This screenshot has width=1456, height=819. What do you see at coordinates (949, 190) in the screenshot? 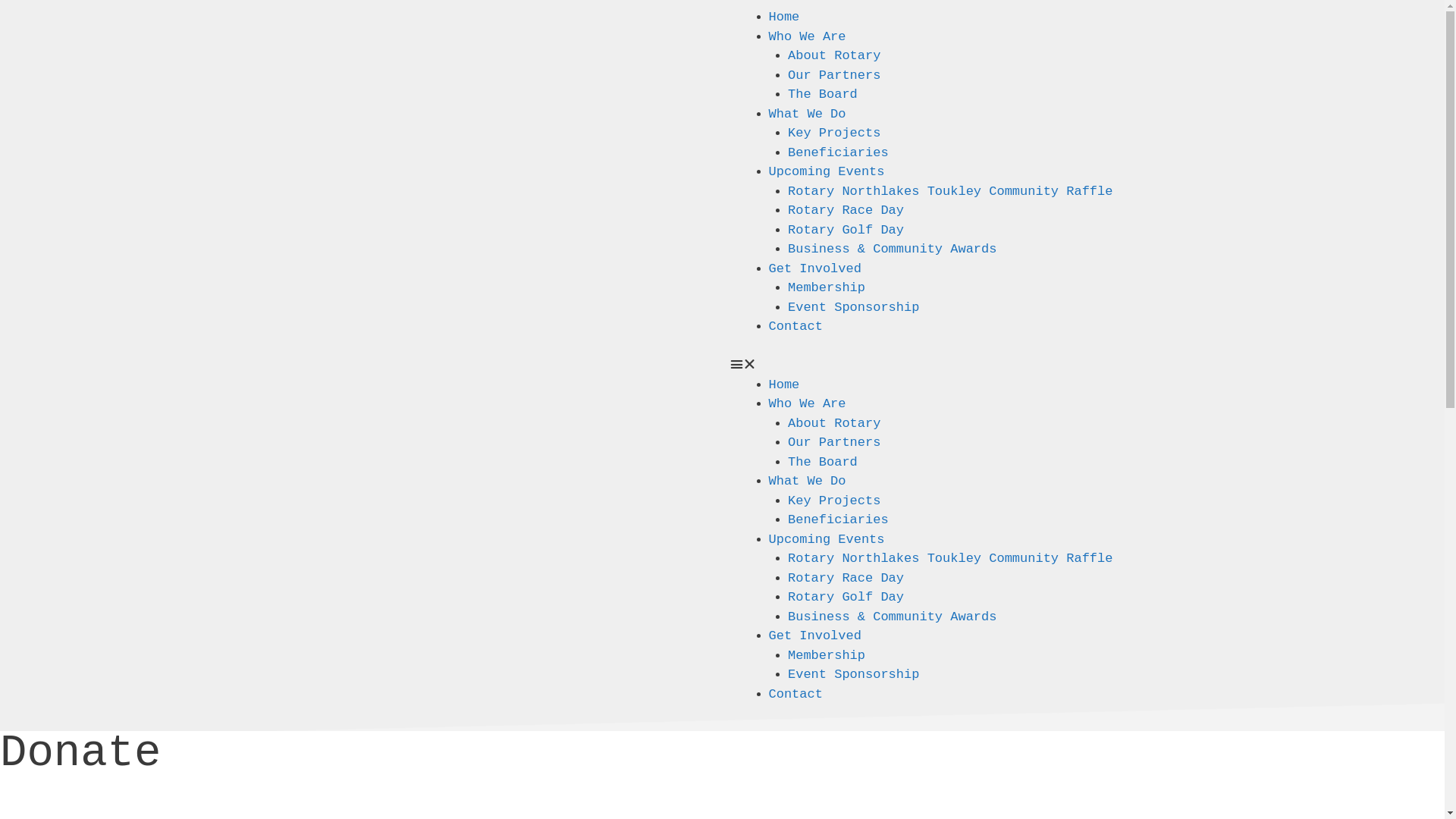
I see `'Rotary Northlakes Toukley Community Raffle'` at bounding box center [949, 190].